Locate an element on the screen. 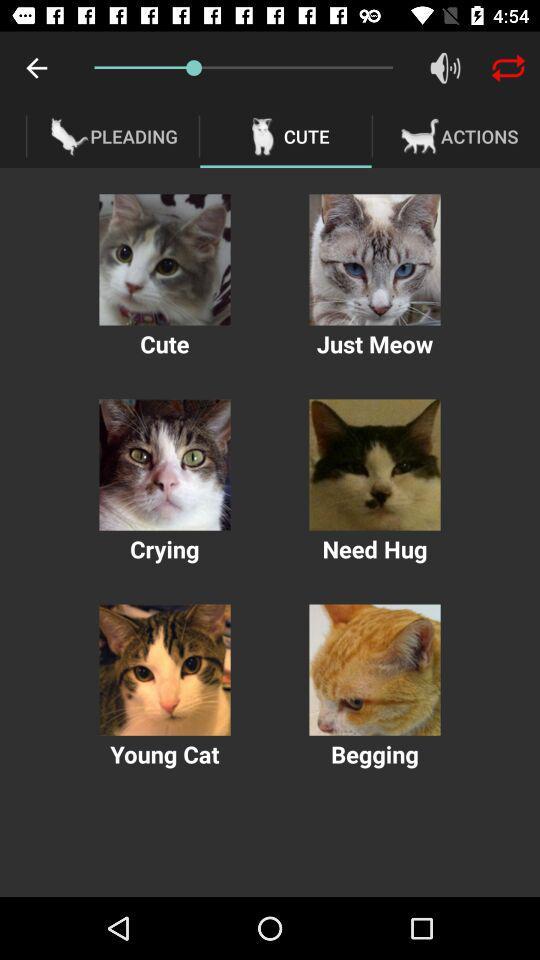 The width and height of the screenshot is (540, 960). action is located at coordinates (374, 465).